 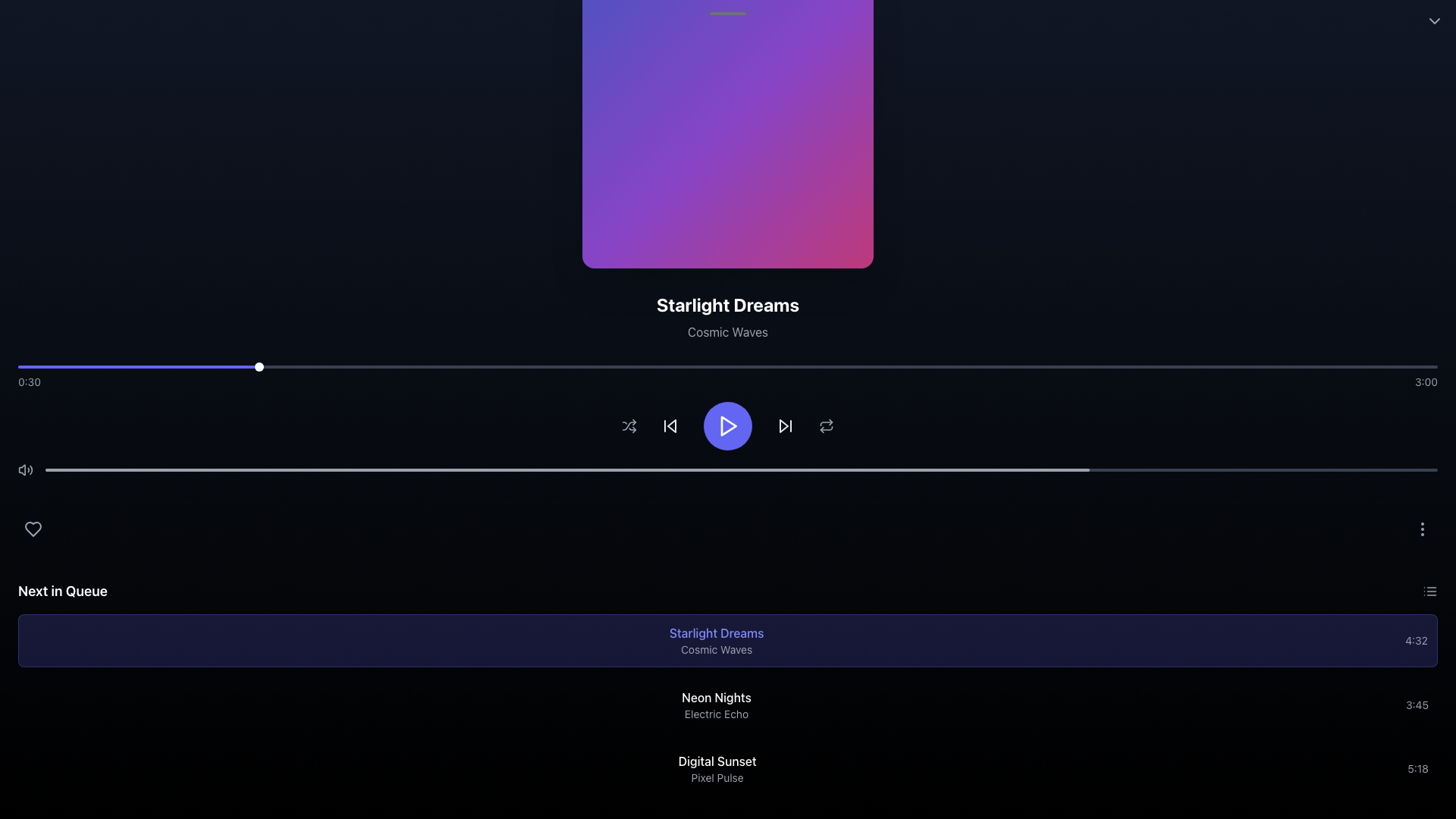 I want to click on the heart-shaped icon used for marking a song as liked or a favorite, so click(x=33, y=529).